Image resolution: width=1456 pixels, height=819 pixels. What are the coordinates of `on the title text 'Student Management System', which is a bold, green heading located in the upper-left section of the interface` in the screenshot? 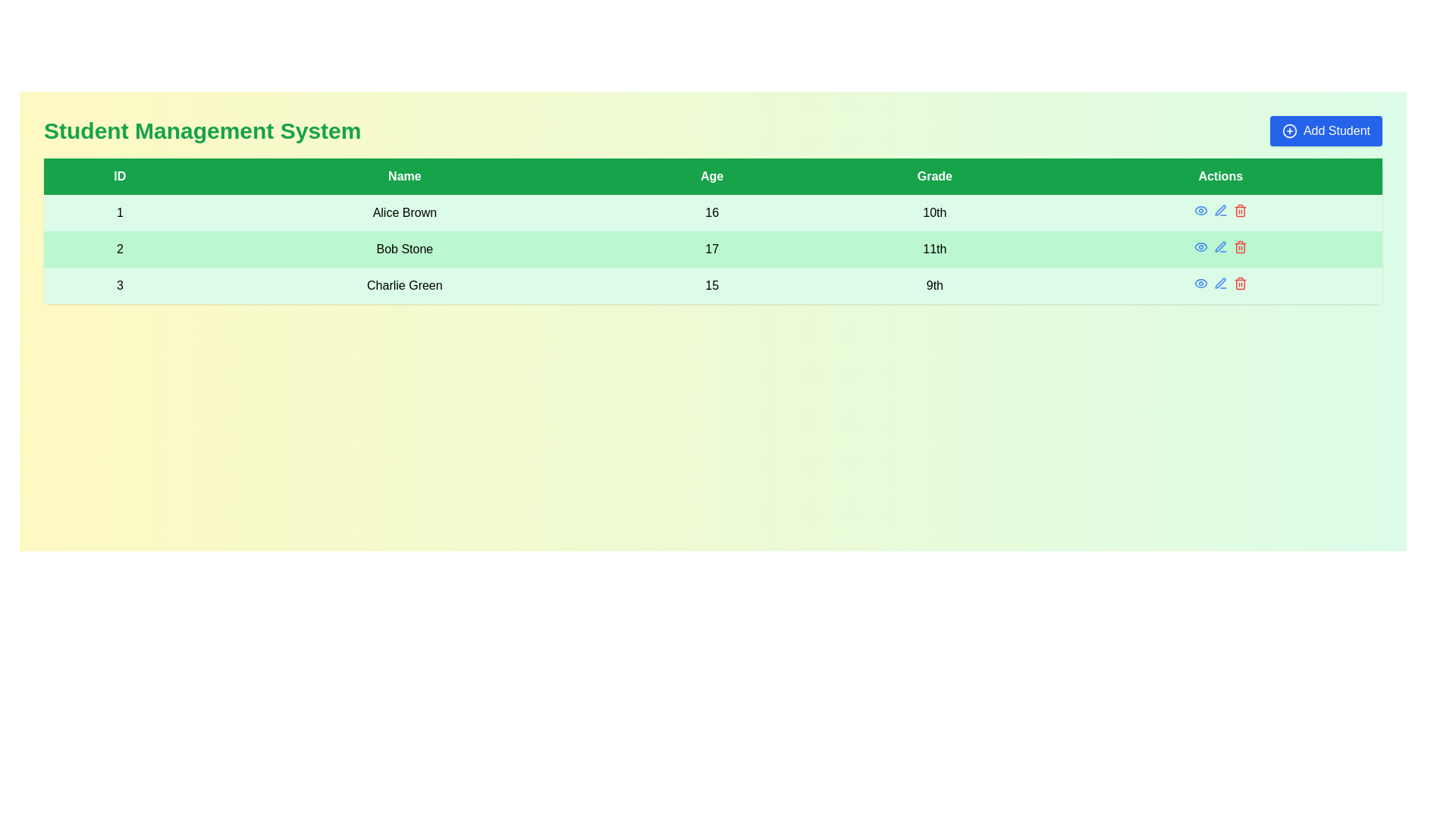 It's located at (202, 130).